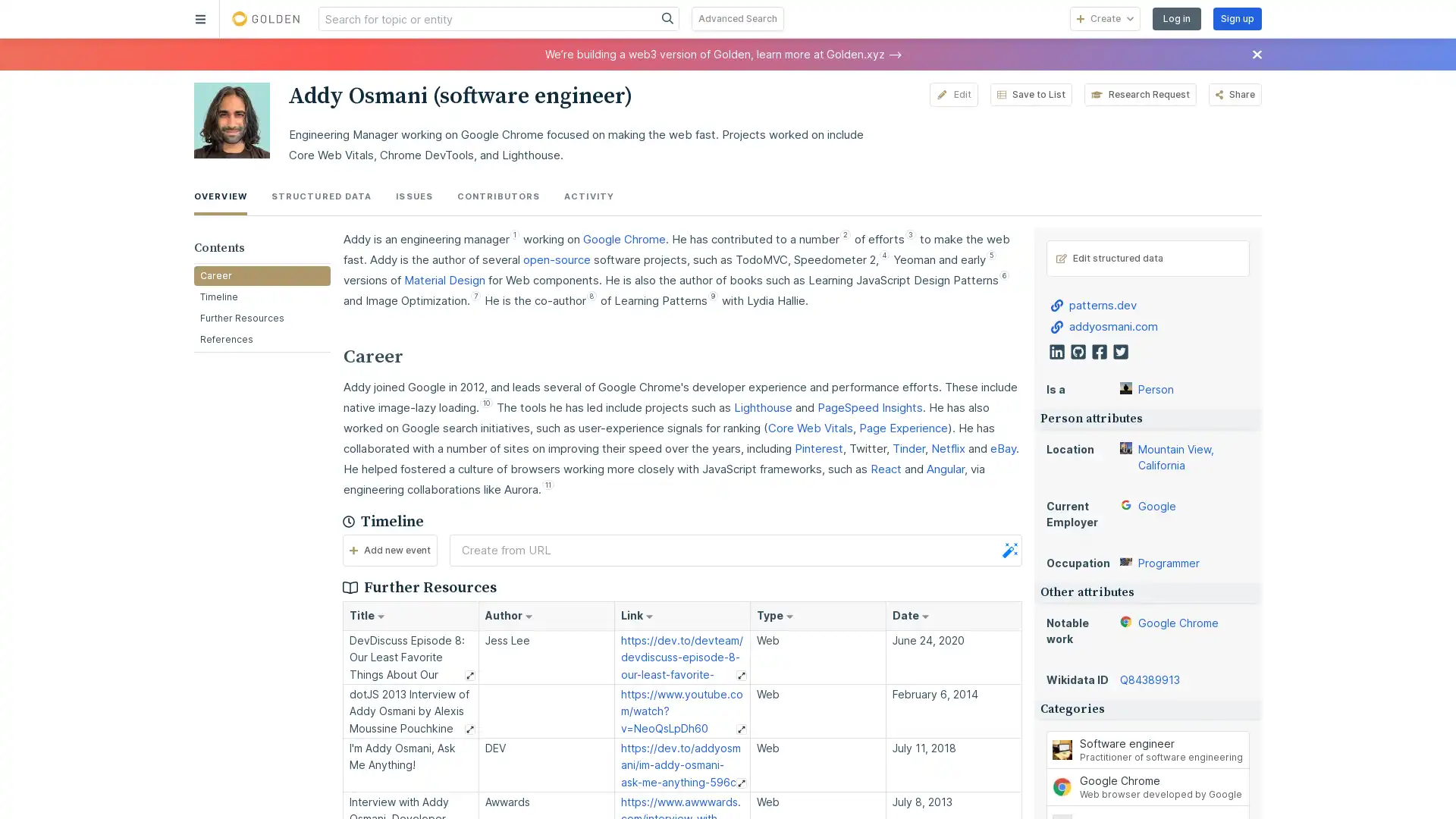 This screenshot has width=1456, height=819. What do you see at coordinates (1105, 18) in the screenshot?
I see `Create` at bounding box center [1105, 18].